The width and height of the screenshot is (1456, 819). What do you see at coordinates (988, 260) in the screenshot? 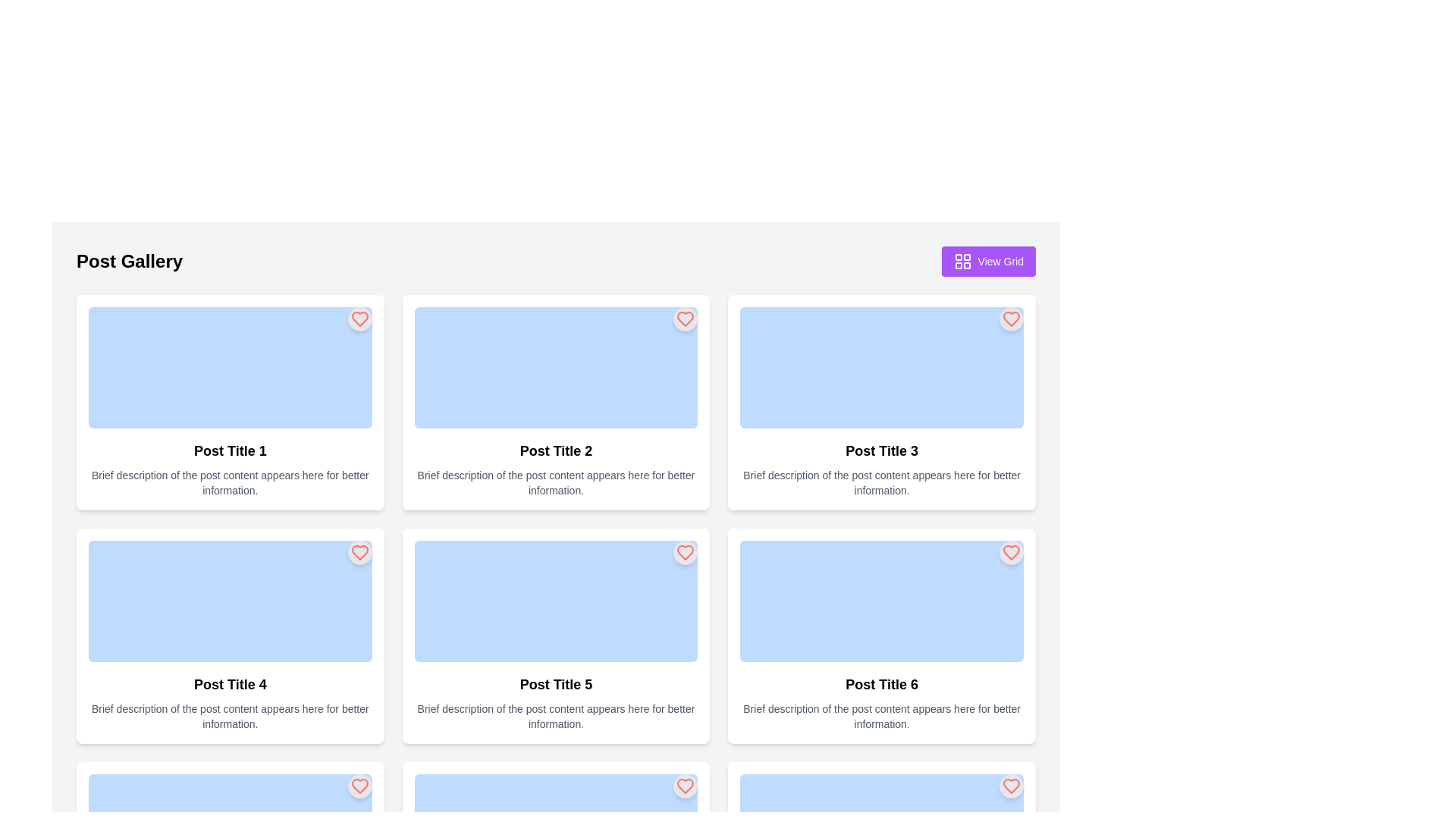
I see `the 'View Grid' button, which is a rectangular button with rounded corners, styled in purple and labeled with white text, located in the upper-right corner of the 'Post Gallery' section` at bounding box center [988, 260].